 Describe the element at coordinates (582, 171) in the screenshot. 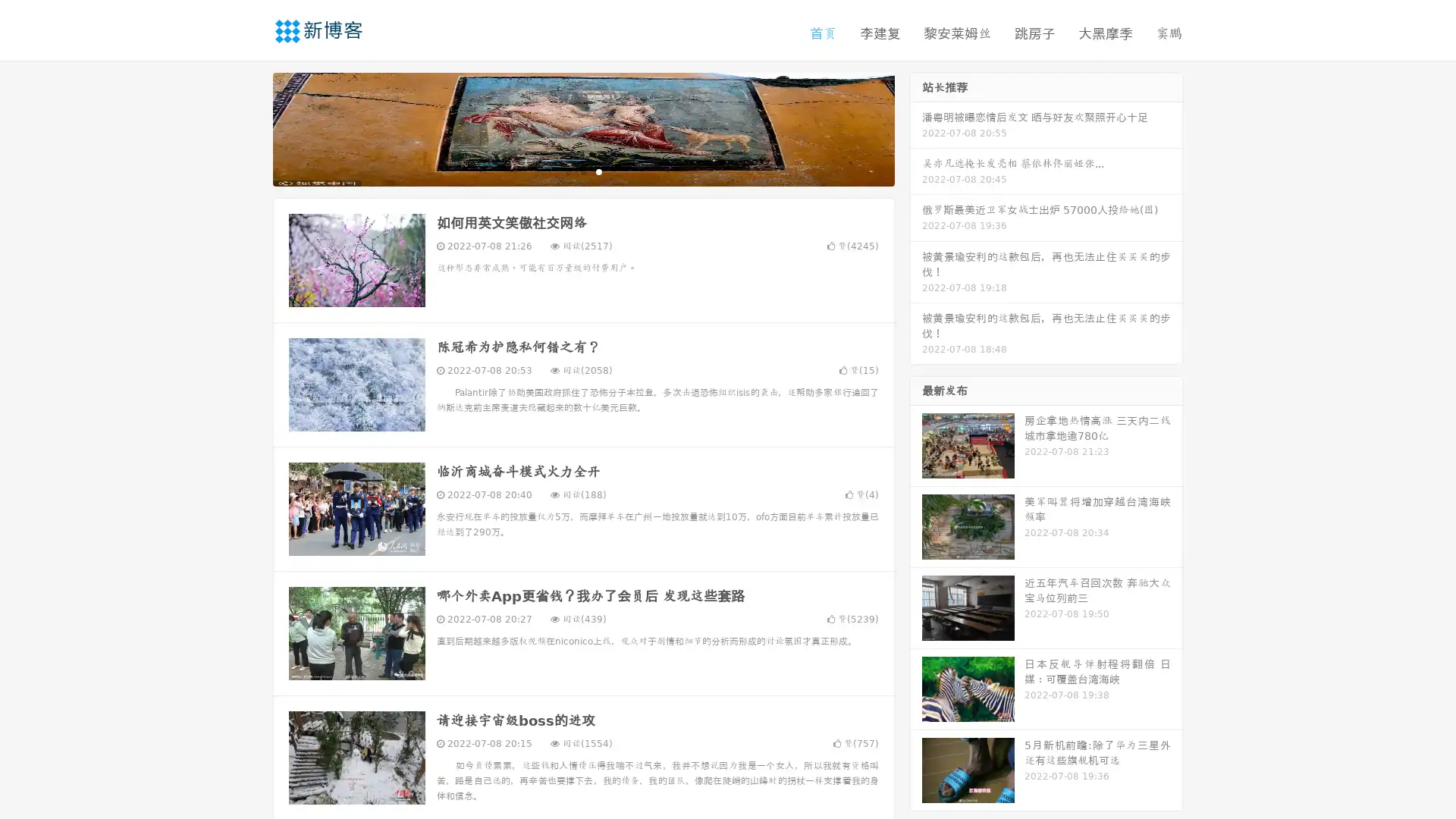

I see `Go to slide 2` at that location.